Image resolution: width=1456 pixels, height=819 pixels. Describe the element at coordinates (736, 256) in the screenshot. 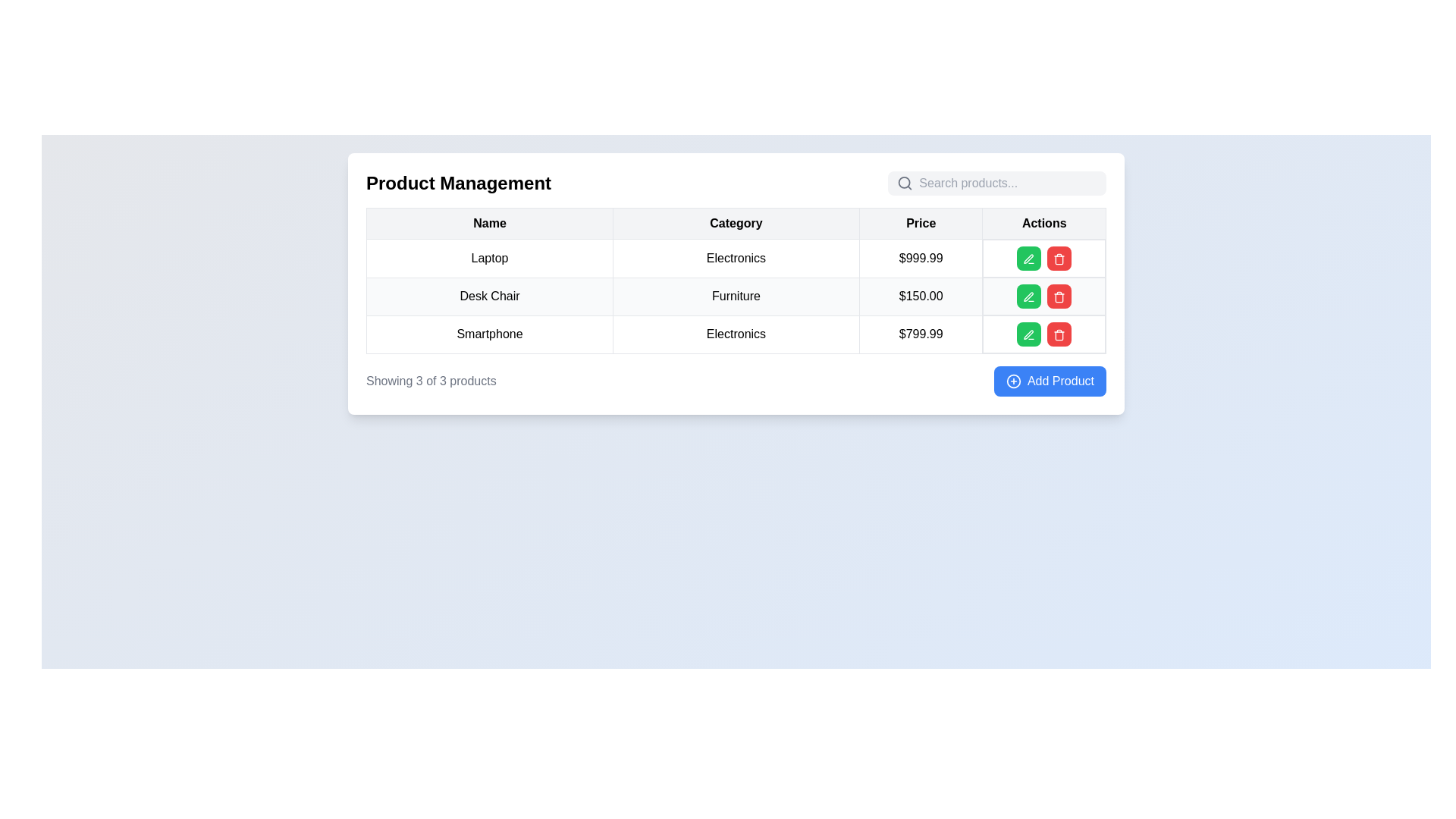

I see `the first row of the product management table that contains 'Laptop' under the 'Name' column, 'Electronics' under 'Category', and '$999.99' under 'Price'` at that location.